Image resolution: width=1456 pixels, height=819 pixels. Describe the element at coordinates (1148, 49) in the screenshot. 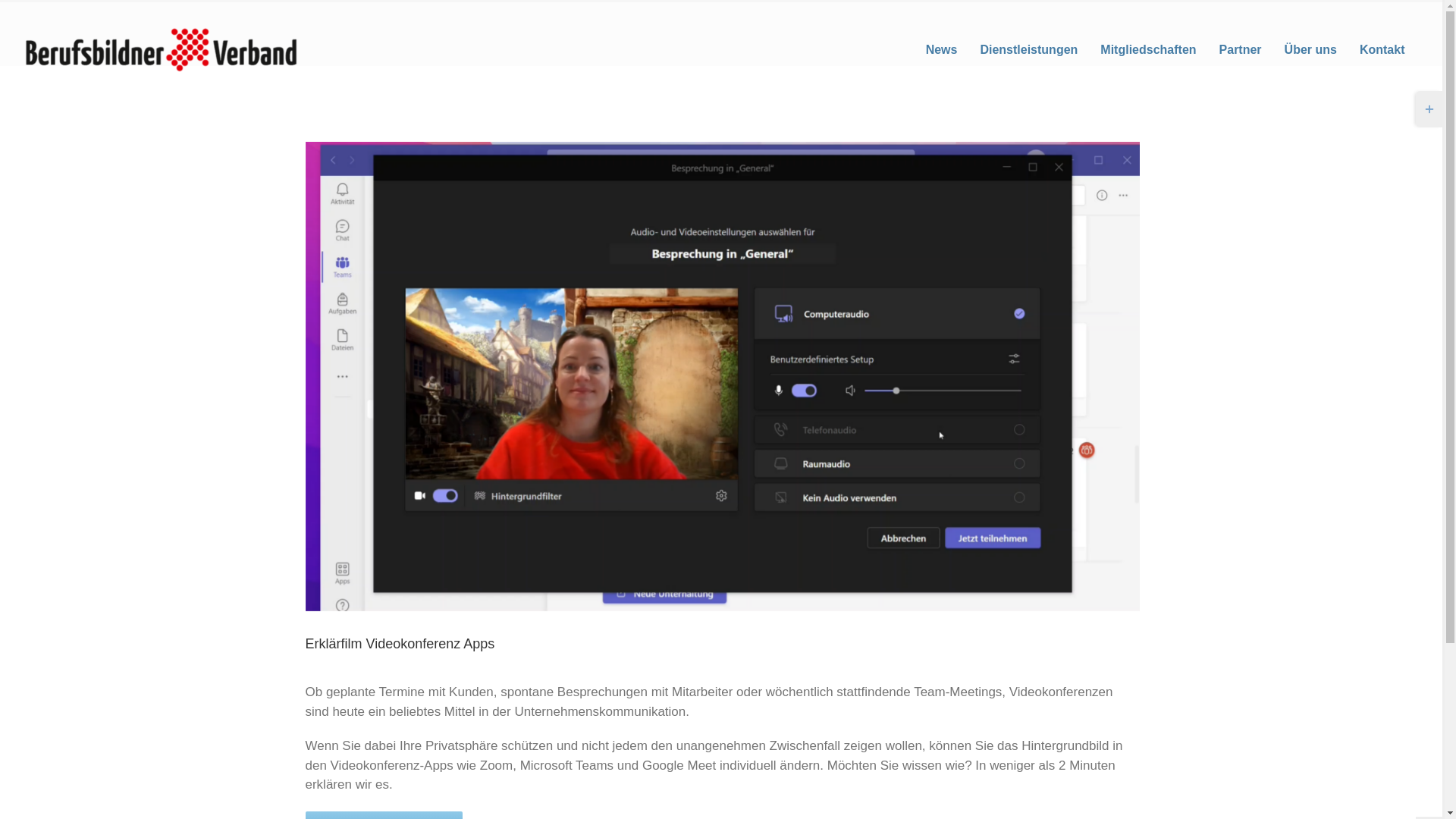

I see `'Mitgliedschaften'` at that location.